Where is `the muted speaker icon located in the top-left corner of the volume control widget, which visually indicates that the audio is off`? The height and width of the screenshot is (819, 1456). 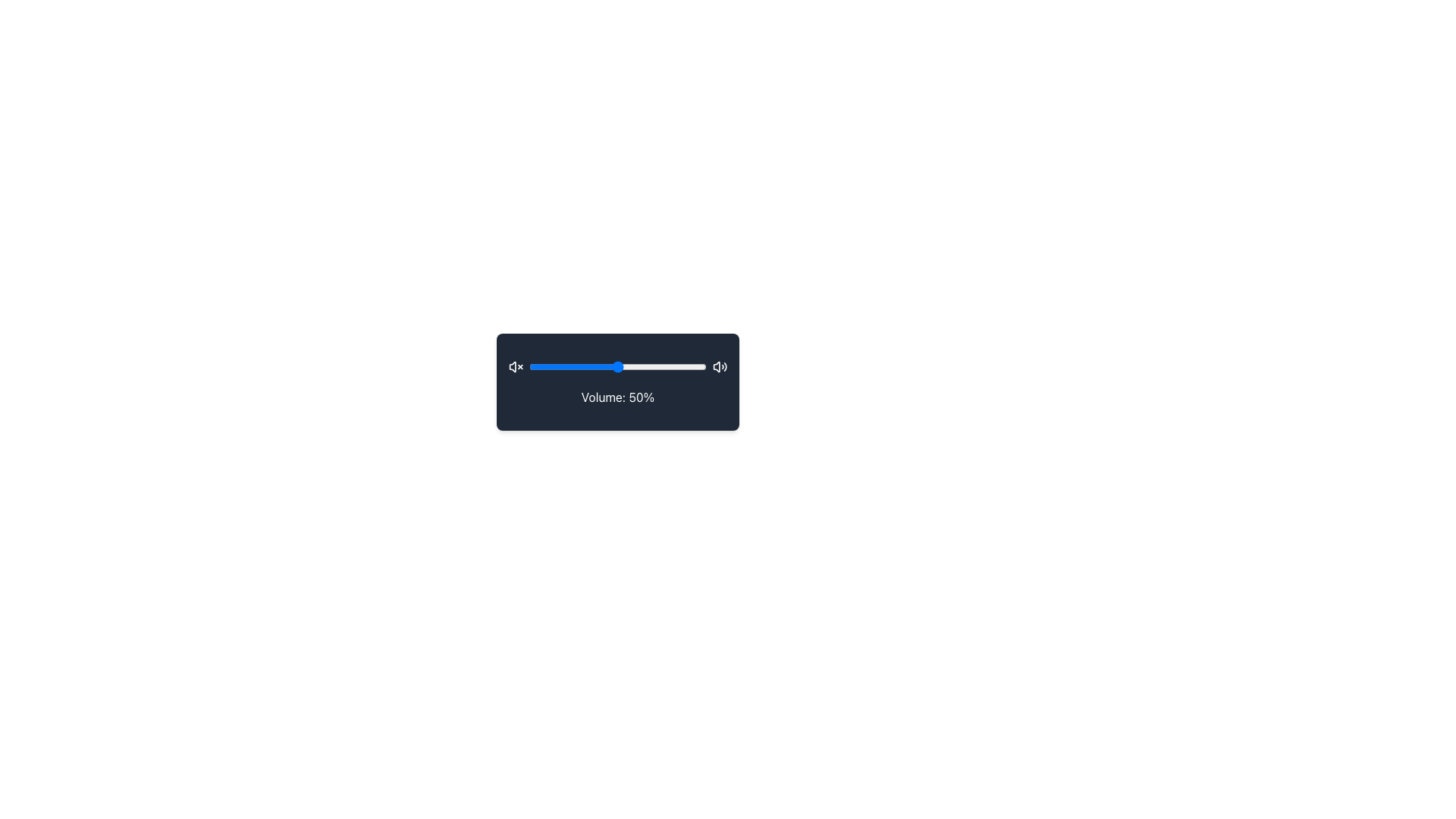
the muted speaker icon located in the top-left corner of the volume control widget, which visually indicates that the audio is off is located at coordinates (513, 366).